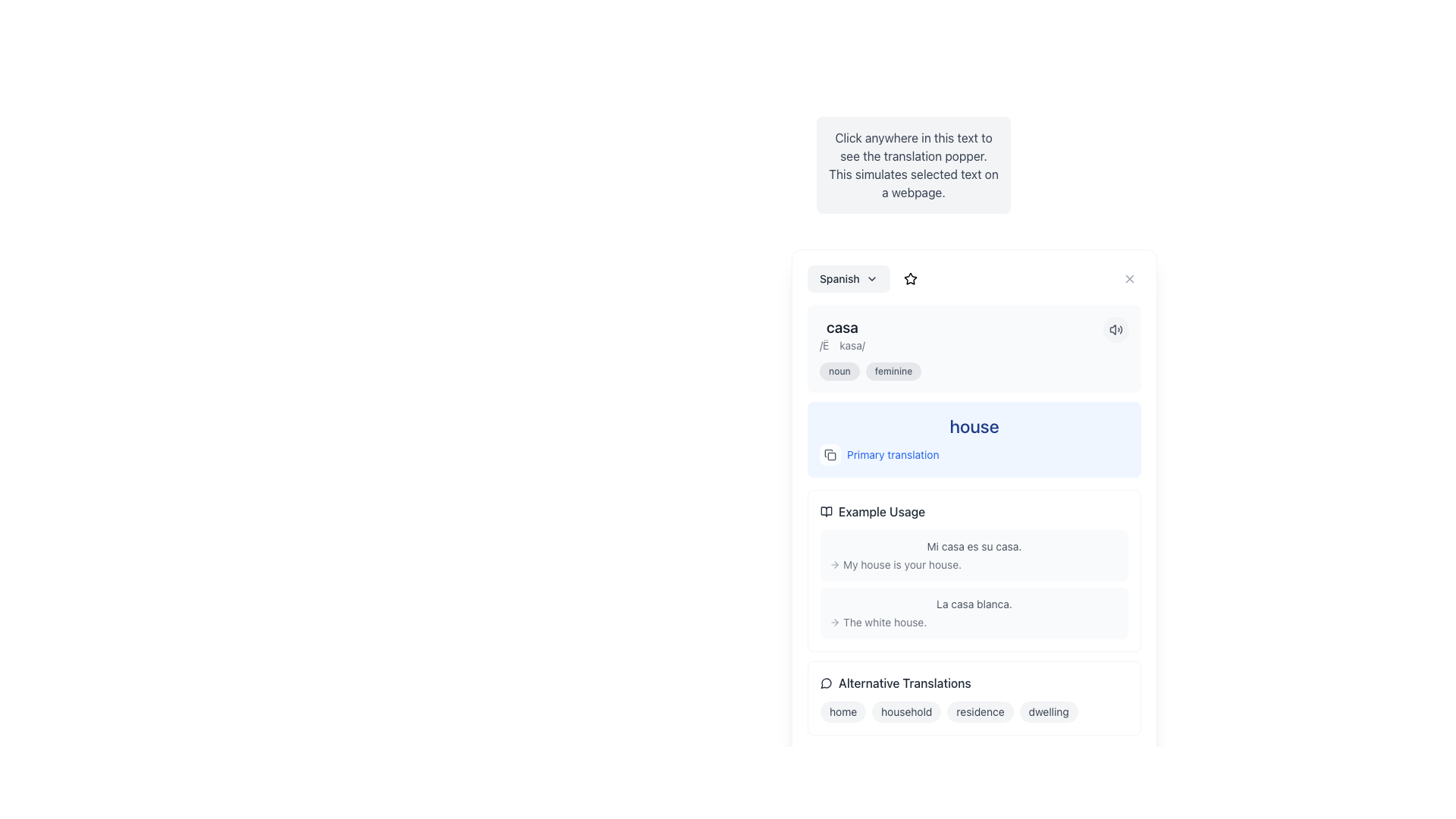  Describe the element at coordinates (841, 345) in the screenshot. I see `text content of the text label element displaying '/Ëʷkasa/' located below the word 'casa' and styled to indicate supplementary information` at that location.